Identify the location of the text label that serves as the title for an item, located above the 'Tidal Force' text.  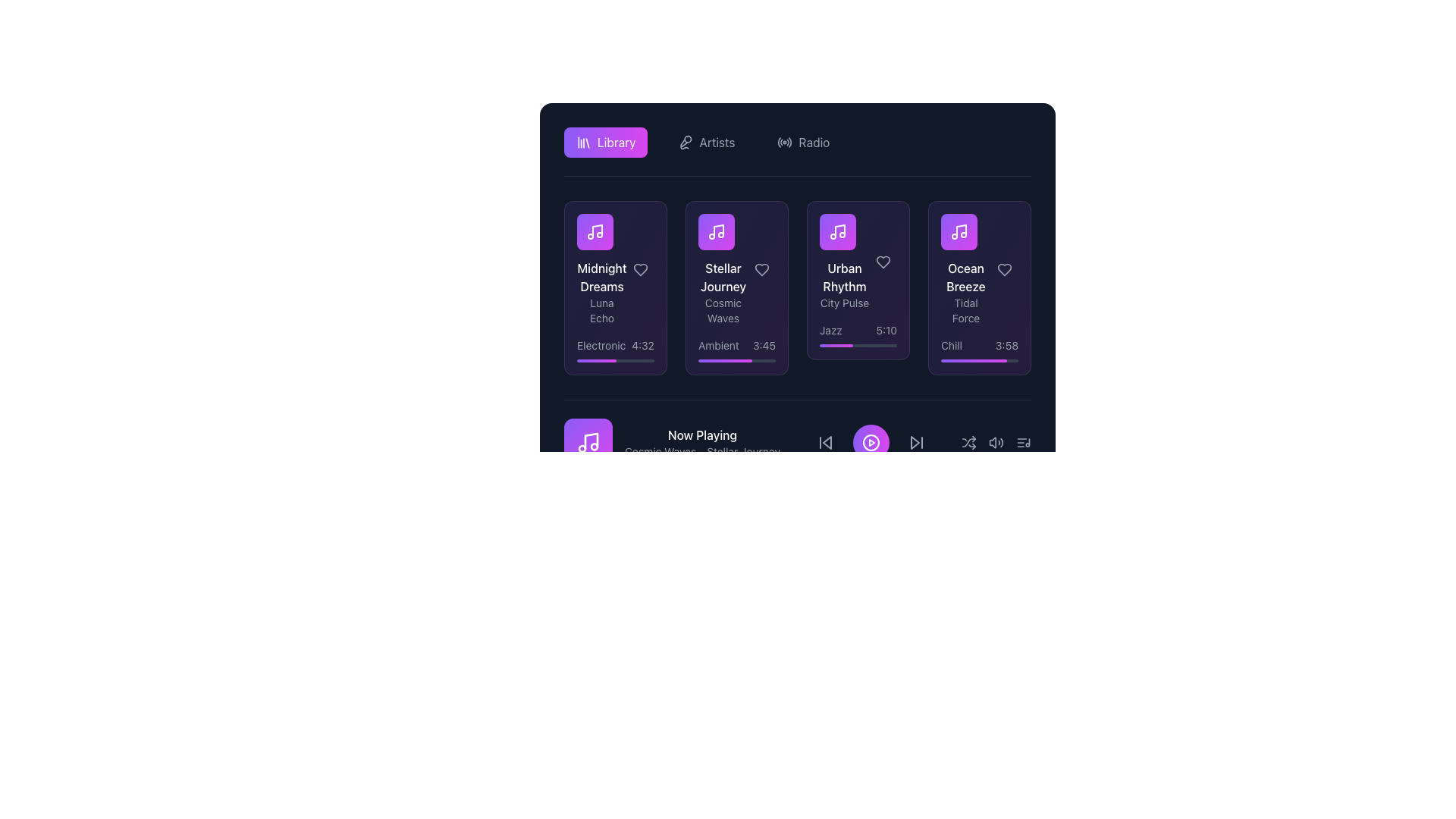
(965, 278).